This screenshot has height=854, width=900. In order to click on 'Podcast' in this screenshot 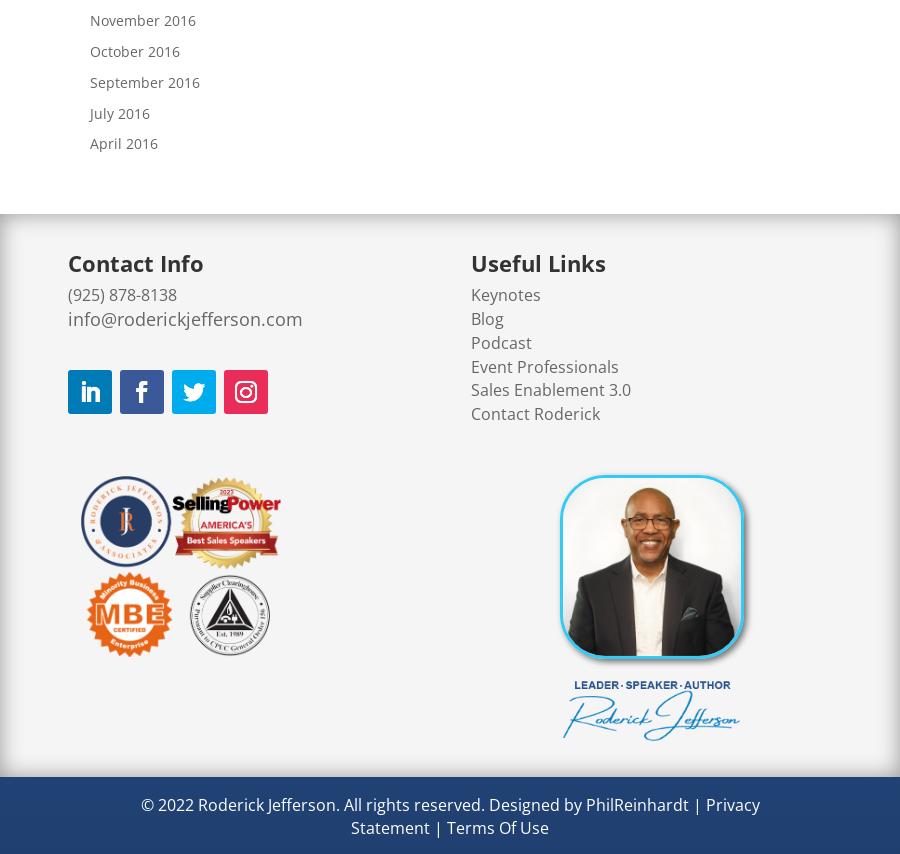, I will do `click(500, 342)`.